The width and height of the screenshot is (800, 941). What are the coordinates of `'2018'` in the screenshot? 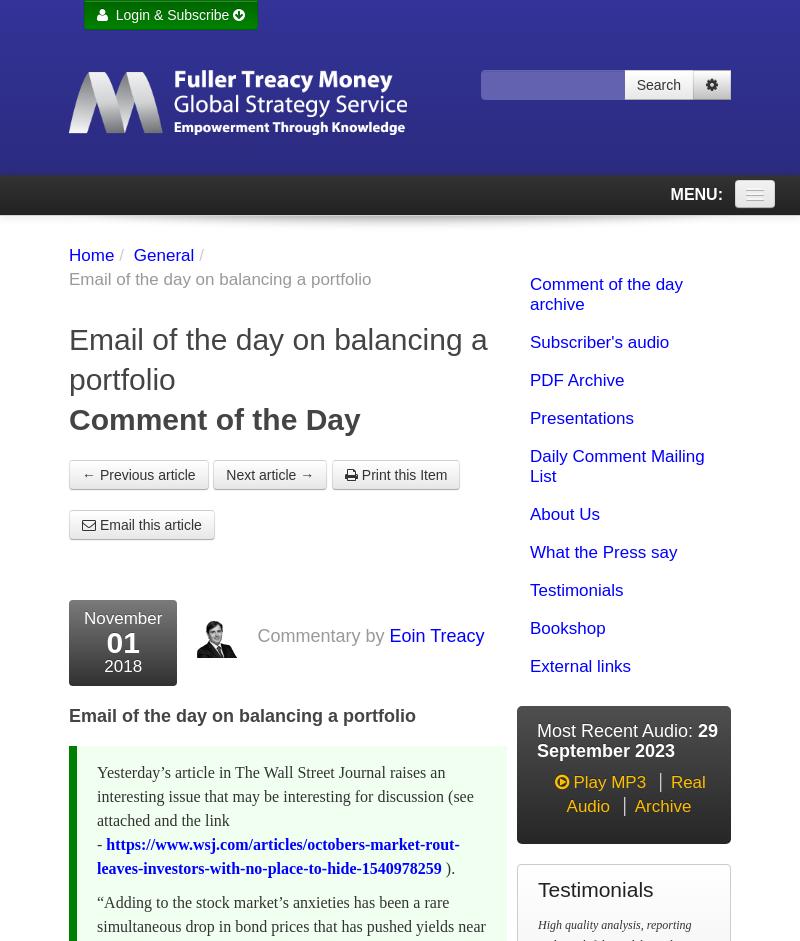 It's located at (121, 665).